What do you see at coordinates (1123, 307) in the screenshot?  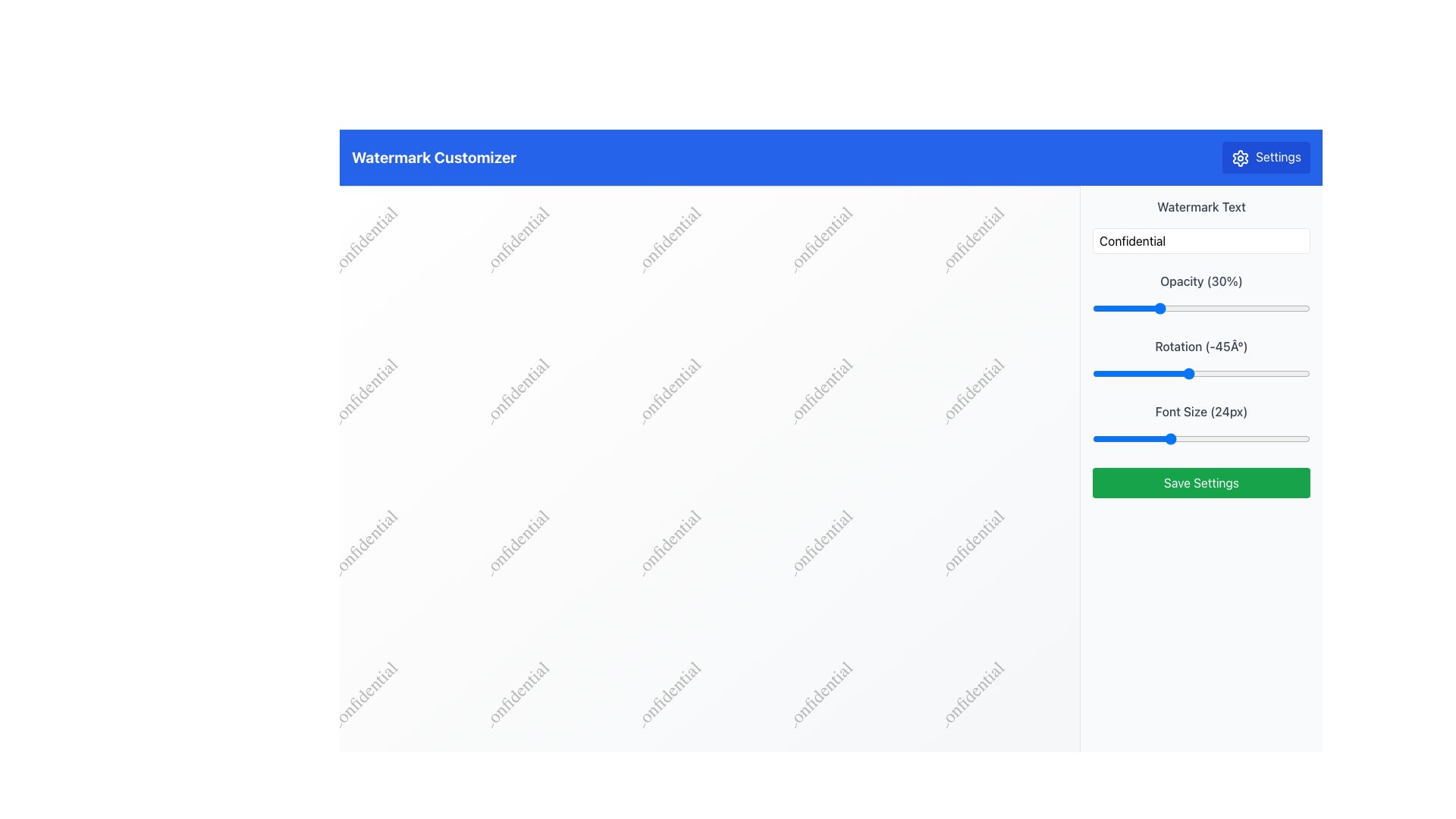 I see `the opacity` at bounding box center [1123, 307].